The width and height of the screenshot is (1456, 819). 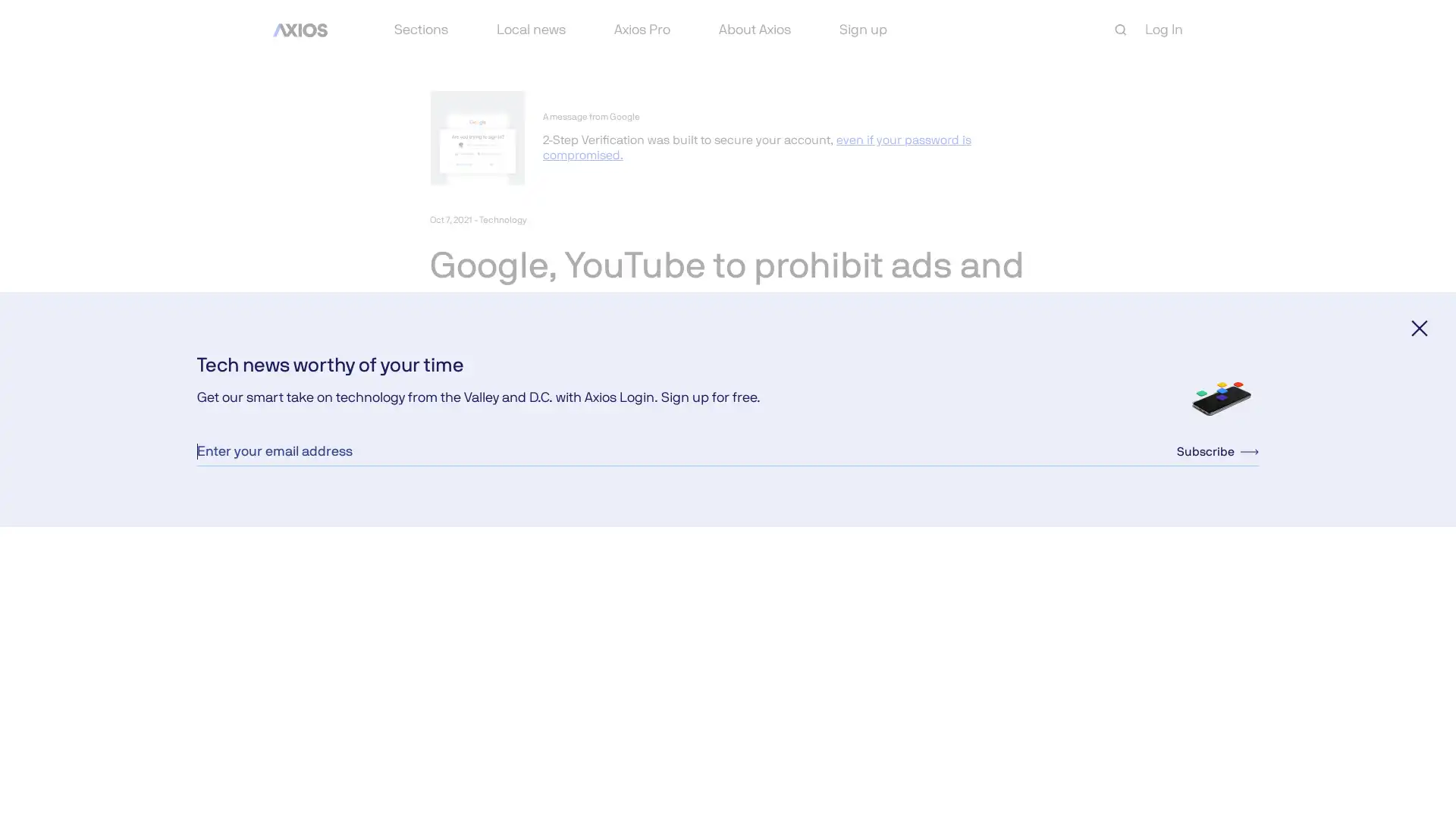 What do you see at coordinates (1218, 450) in the screenshot?
I see `Subscribe` at bounding box center [1218, 450].